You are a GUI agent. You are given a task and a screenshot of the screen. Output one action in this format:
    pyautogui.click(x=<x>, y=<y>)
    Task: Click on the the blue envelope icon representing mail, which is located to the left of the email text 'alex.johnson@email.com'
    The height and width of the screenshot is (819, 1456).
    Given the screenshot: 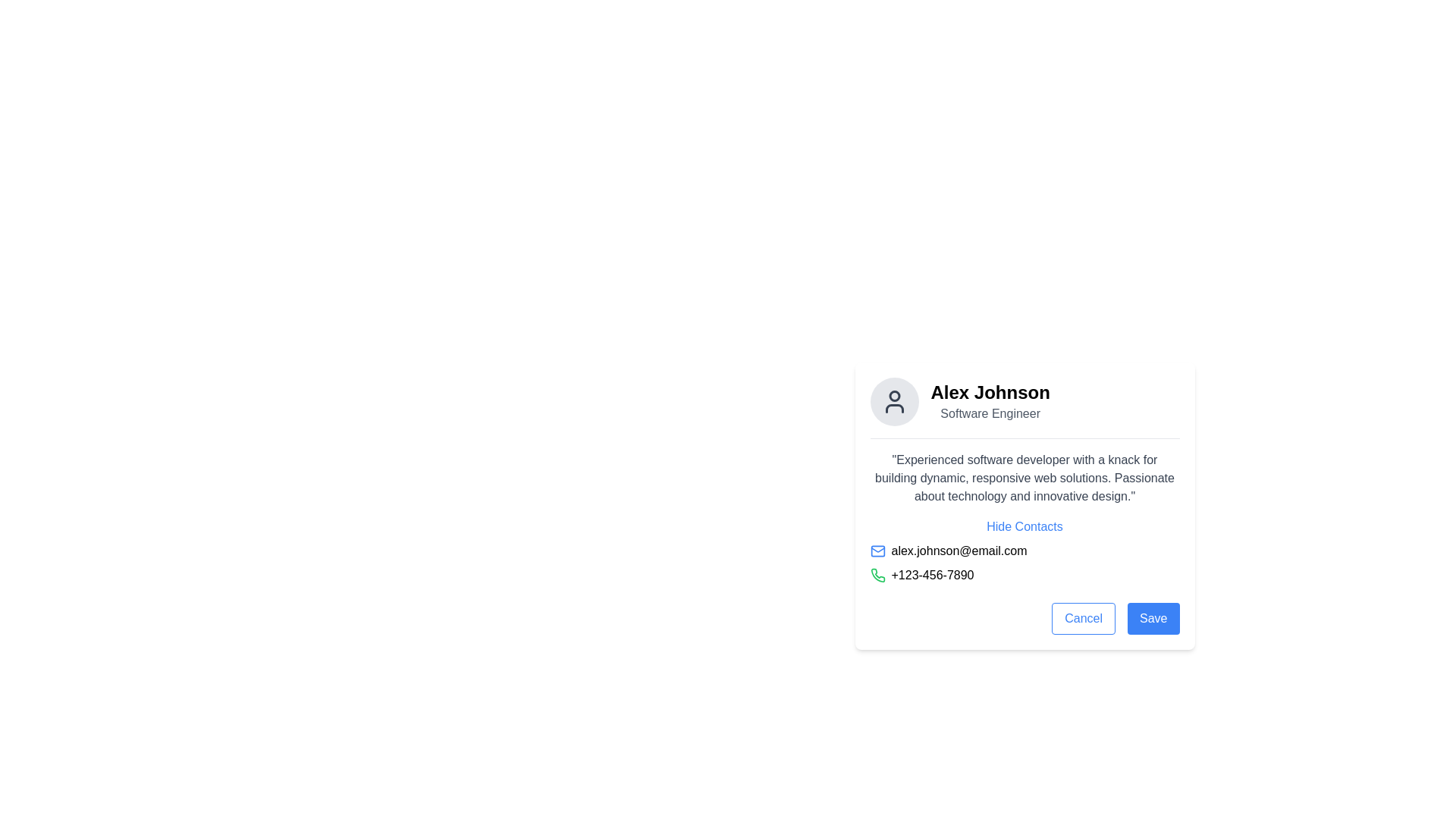 What is the action you would take?
    pyautogui.click(x=877, y=551)
    